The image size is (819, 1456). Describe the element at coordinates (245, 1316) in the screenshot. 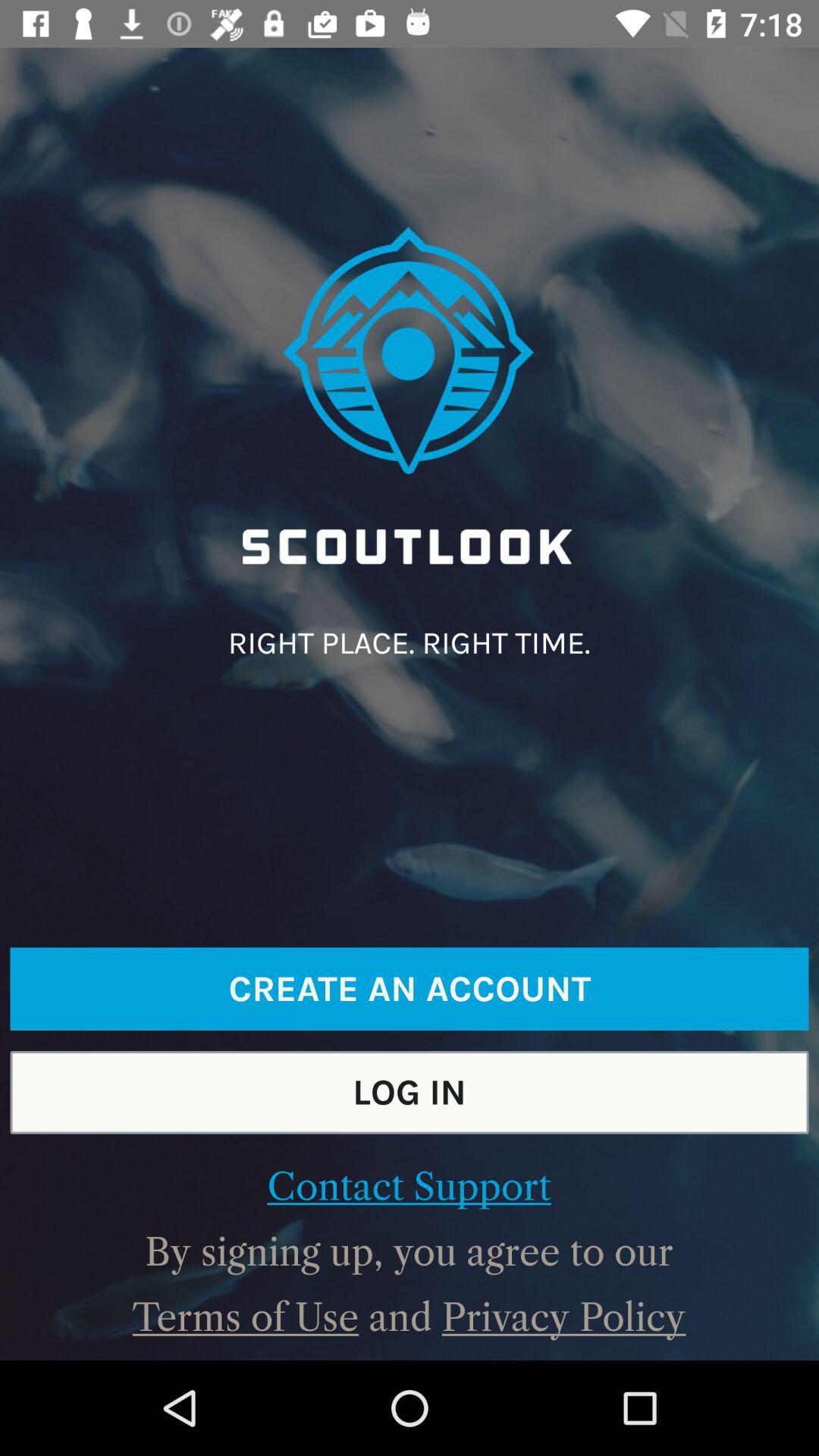

I see `icon next to  and  item` at that location.